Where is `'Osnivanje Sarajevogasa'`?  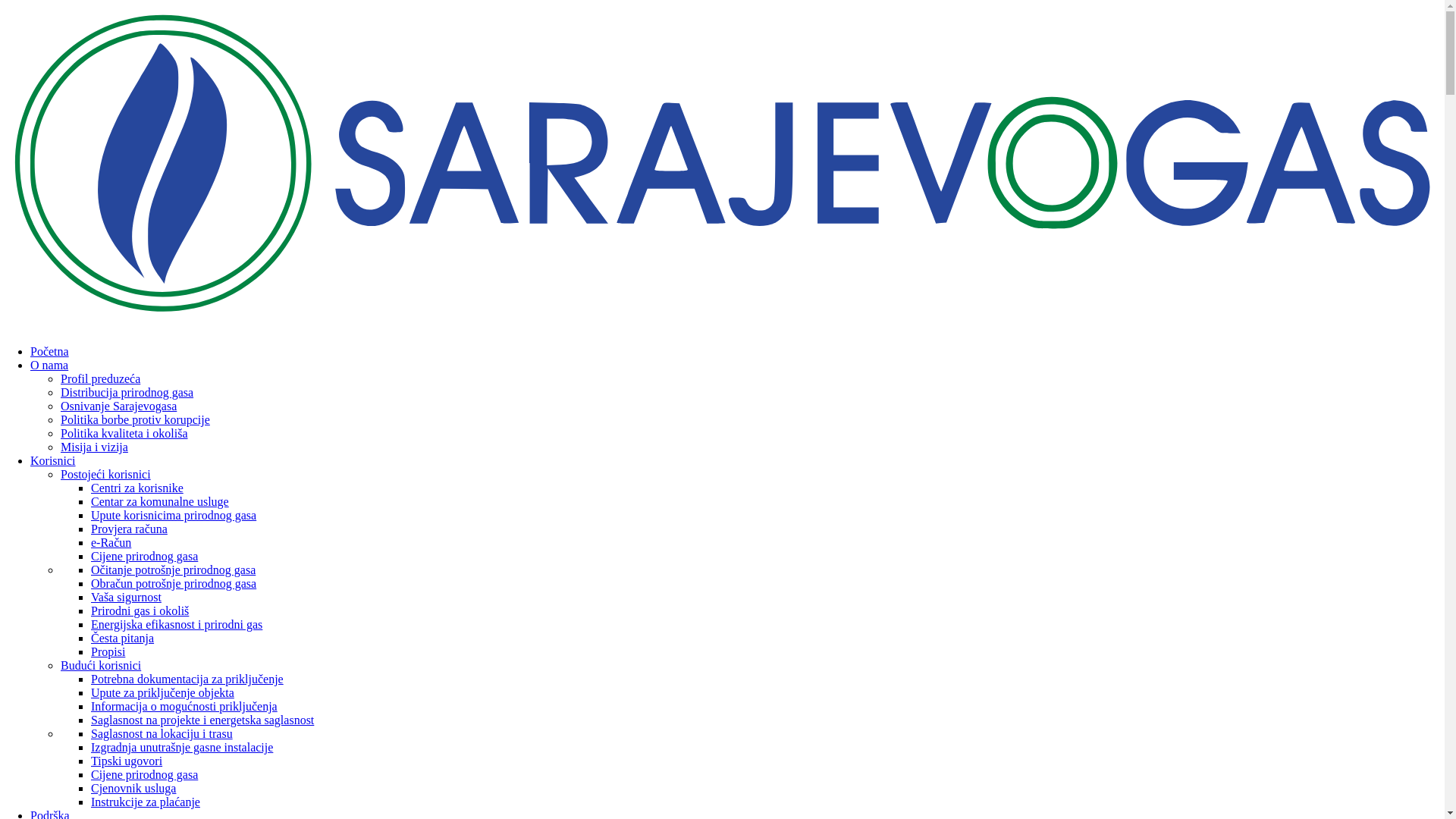 'Osnivanje Sarajevogasa' is located at coordinates (118, 405).